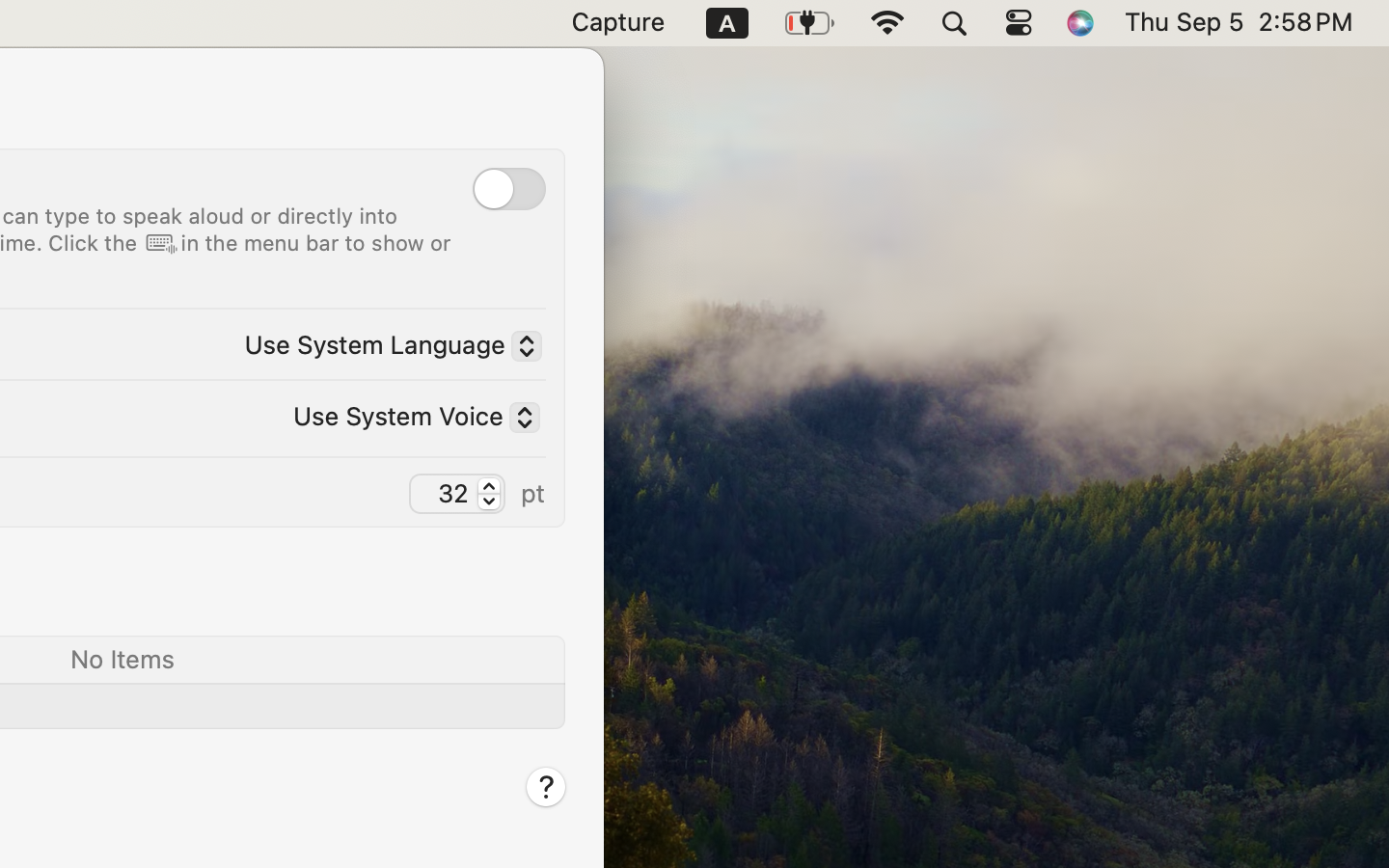  Describe the element at coordinates (487, 493) in the screenshot. I see `'32.0'` at that location.